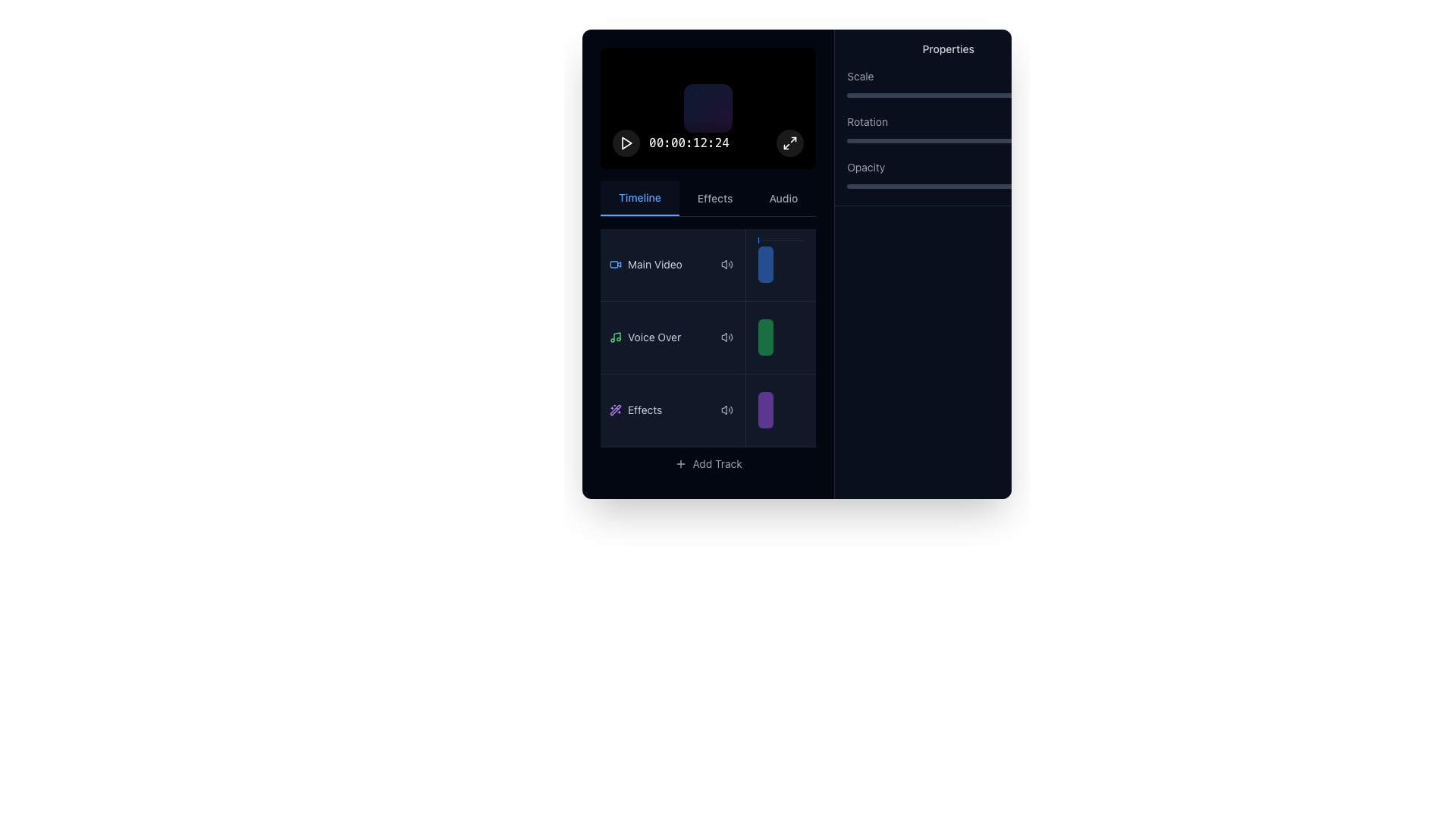 This screenshot has width=1456, height=819. I want to click on the scale slider, so click(989, 96).